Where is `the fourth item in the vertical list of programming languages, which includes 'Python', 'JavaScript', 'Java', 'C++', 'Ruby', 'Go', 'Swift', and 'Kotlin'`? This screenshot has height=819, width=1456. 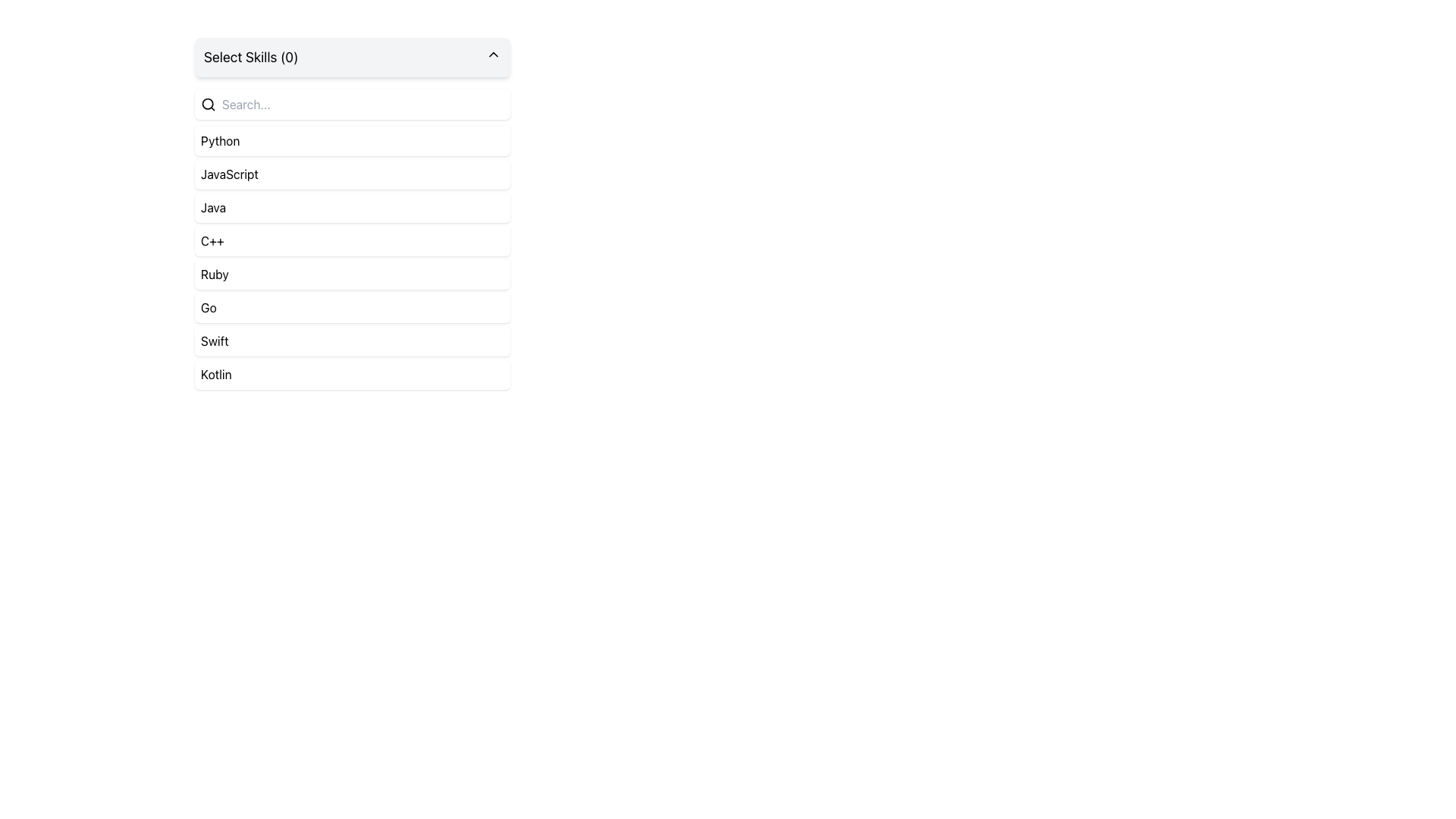 the fourth item in the vertical list of programming languages, which includes 'Python', 'JavaScript', 'Java', 'C++', 'Ruby', 'Go', 'Swift', and 'Kotlin' is located at coordinates (352, 256).